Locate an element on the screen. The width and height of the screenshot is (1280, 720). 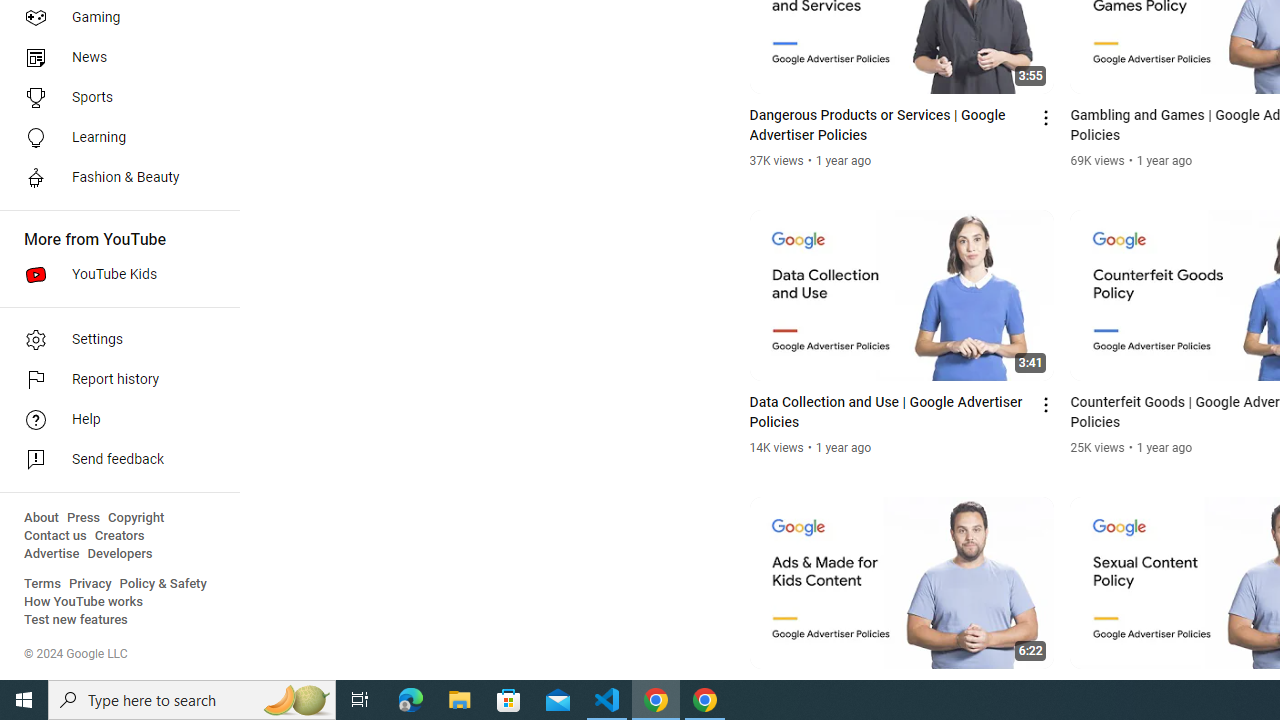
'About' is located at coordinates (41, 517).